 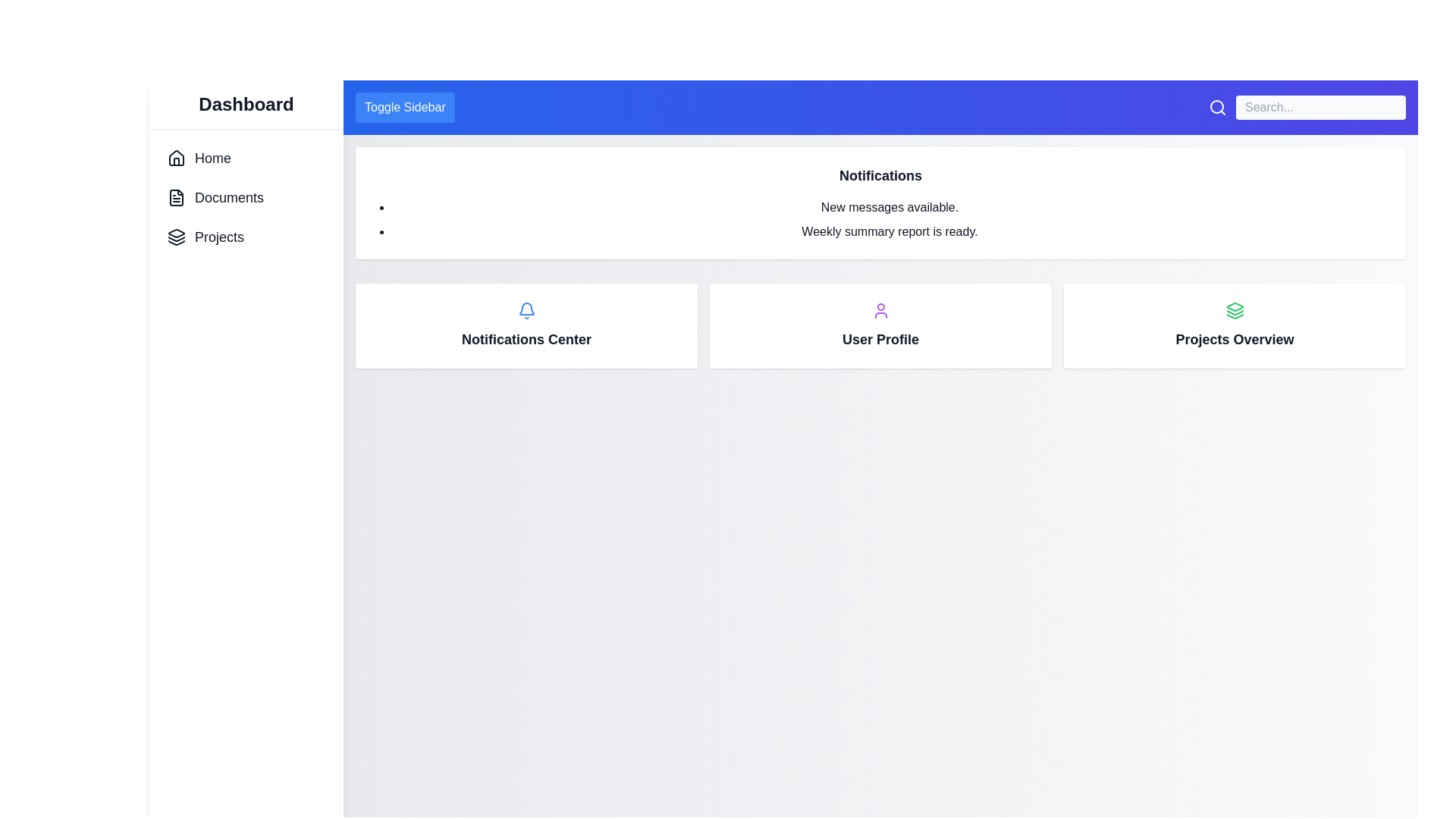 What do you see at coordinates (1235, 338) in the screenshot?
I see `the static text label 'Projects Overview', which is styled with bold font and larger text size, located at the bottom center of the 'Projects Overview' card in the dashboard's main grid` at bounding box center [1235, 338].